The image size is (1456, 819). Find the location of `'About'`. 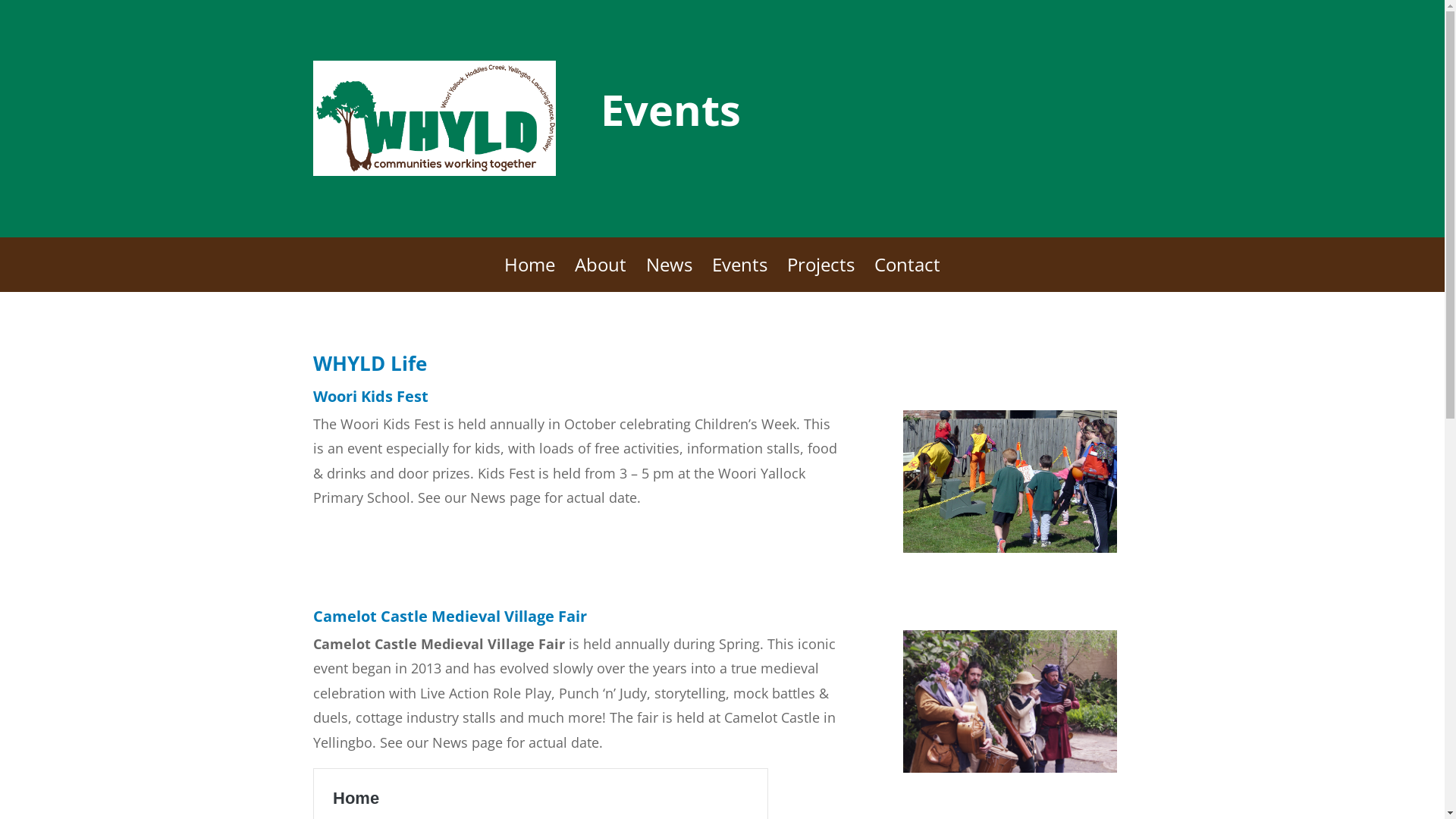

'About' is located at coordinates (600, 275).